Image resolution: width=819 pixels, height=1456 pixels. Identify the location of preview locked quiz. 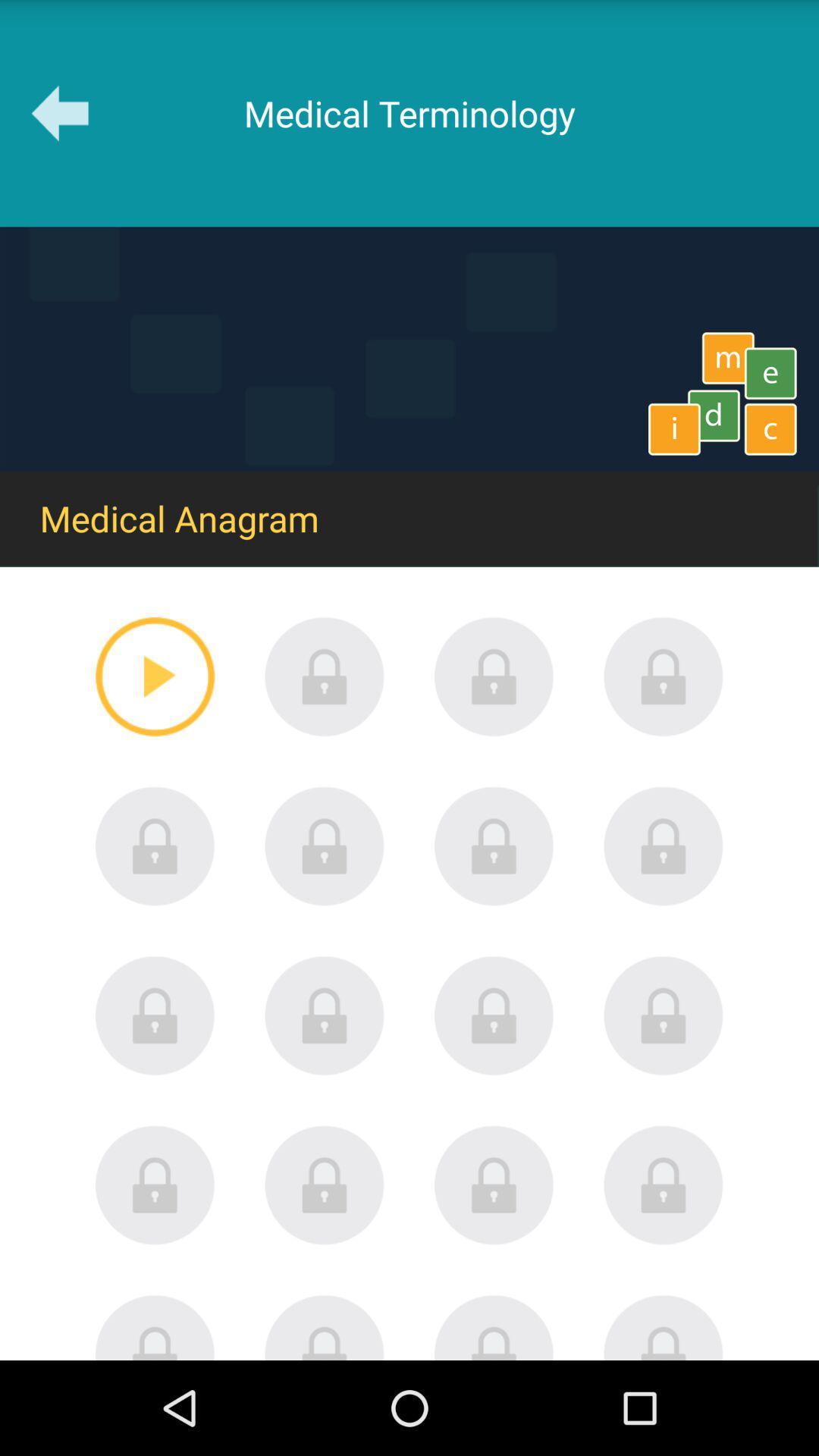
(494, 1326).